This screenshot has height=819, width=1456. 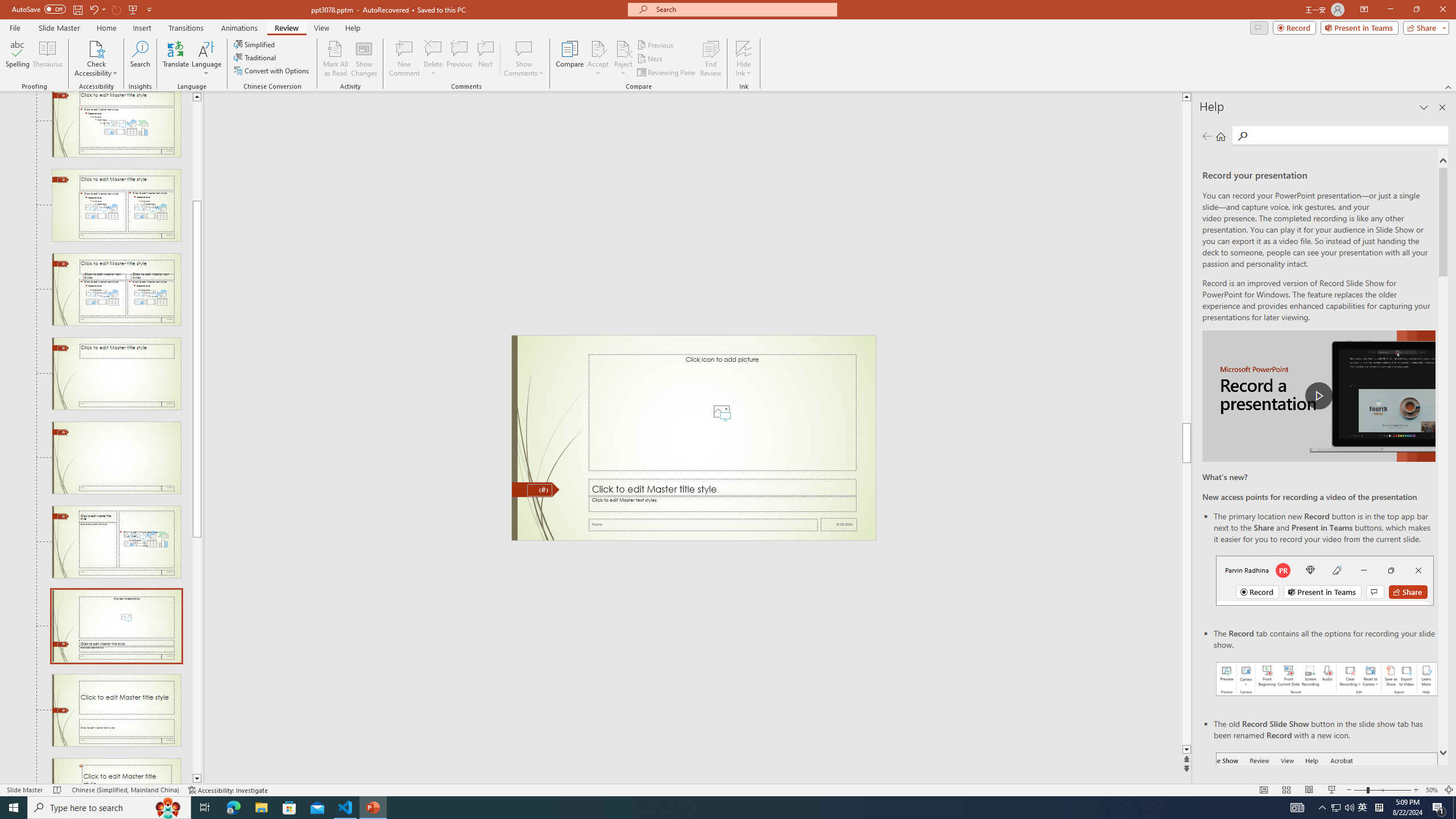 I want to click on 'Footer', so click(x=702, y=524).